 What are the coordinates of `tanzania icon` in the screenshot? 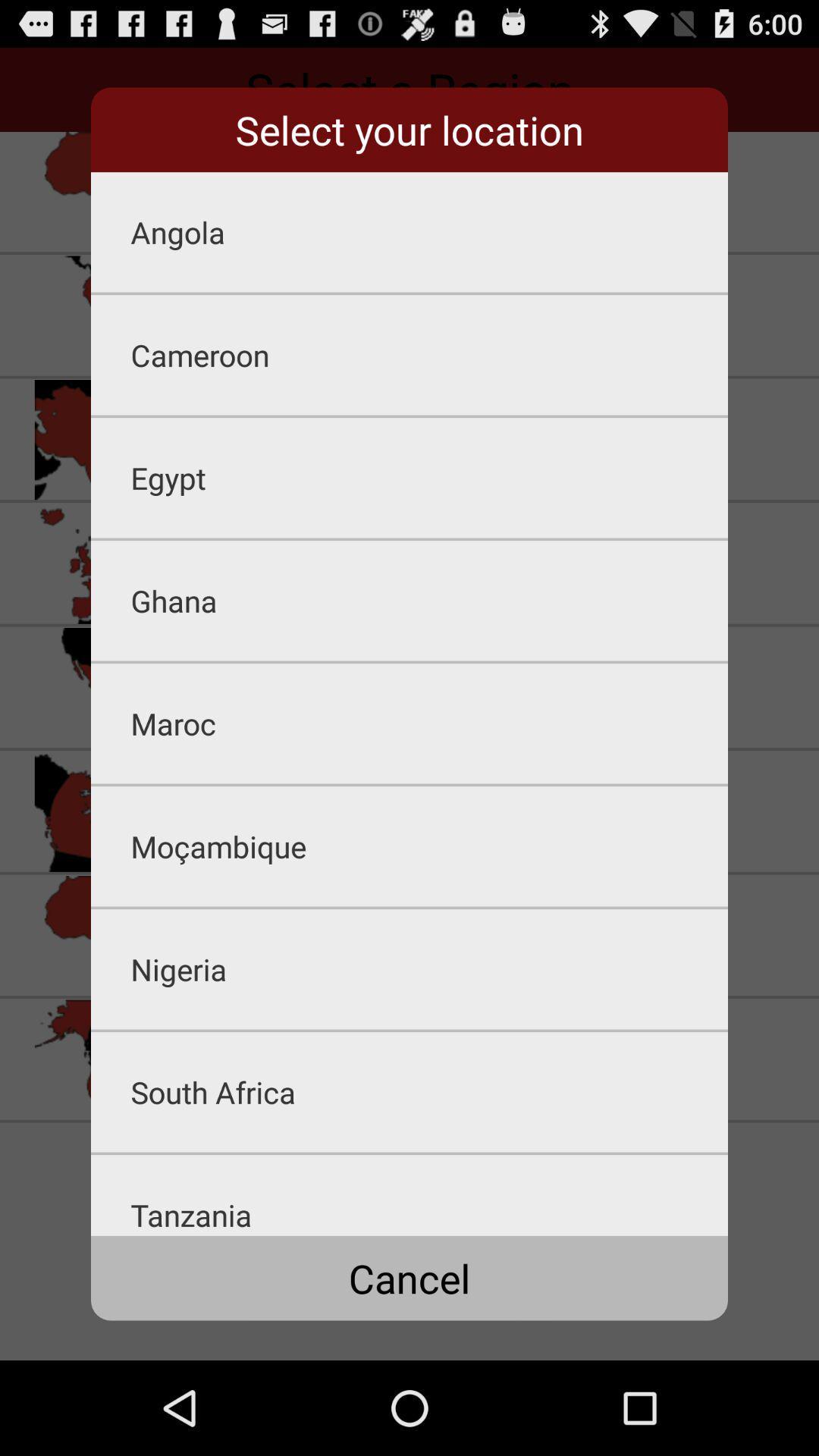 It's located at (429, 1194).